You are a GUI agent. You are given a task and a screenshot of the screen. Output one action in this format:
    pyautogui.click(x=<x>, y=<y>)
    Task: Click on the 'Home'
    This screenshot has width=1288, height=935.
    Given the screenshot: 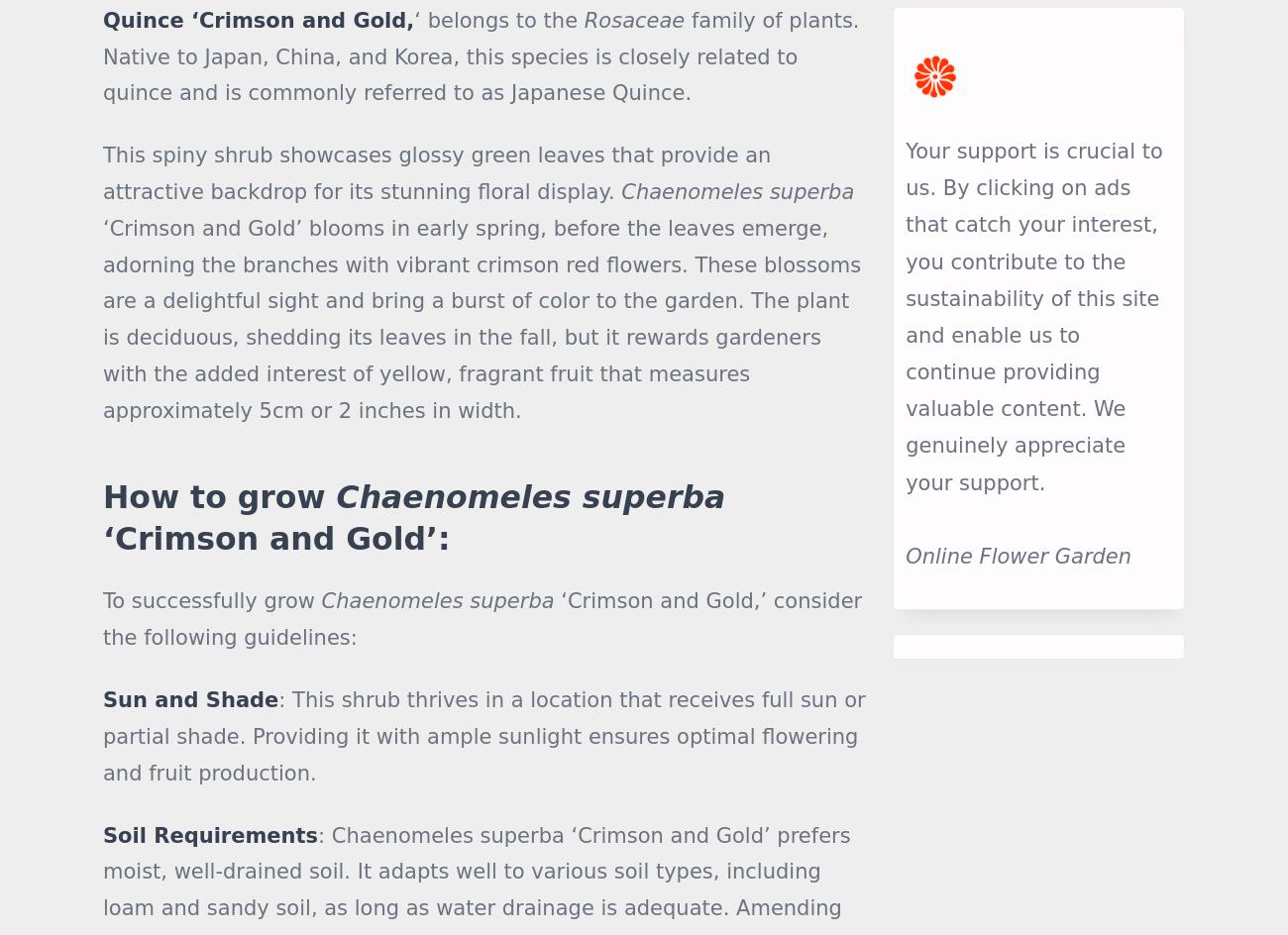 What is the action you would take?
    pyautogui.click(x=470, y=676)
    